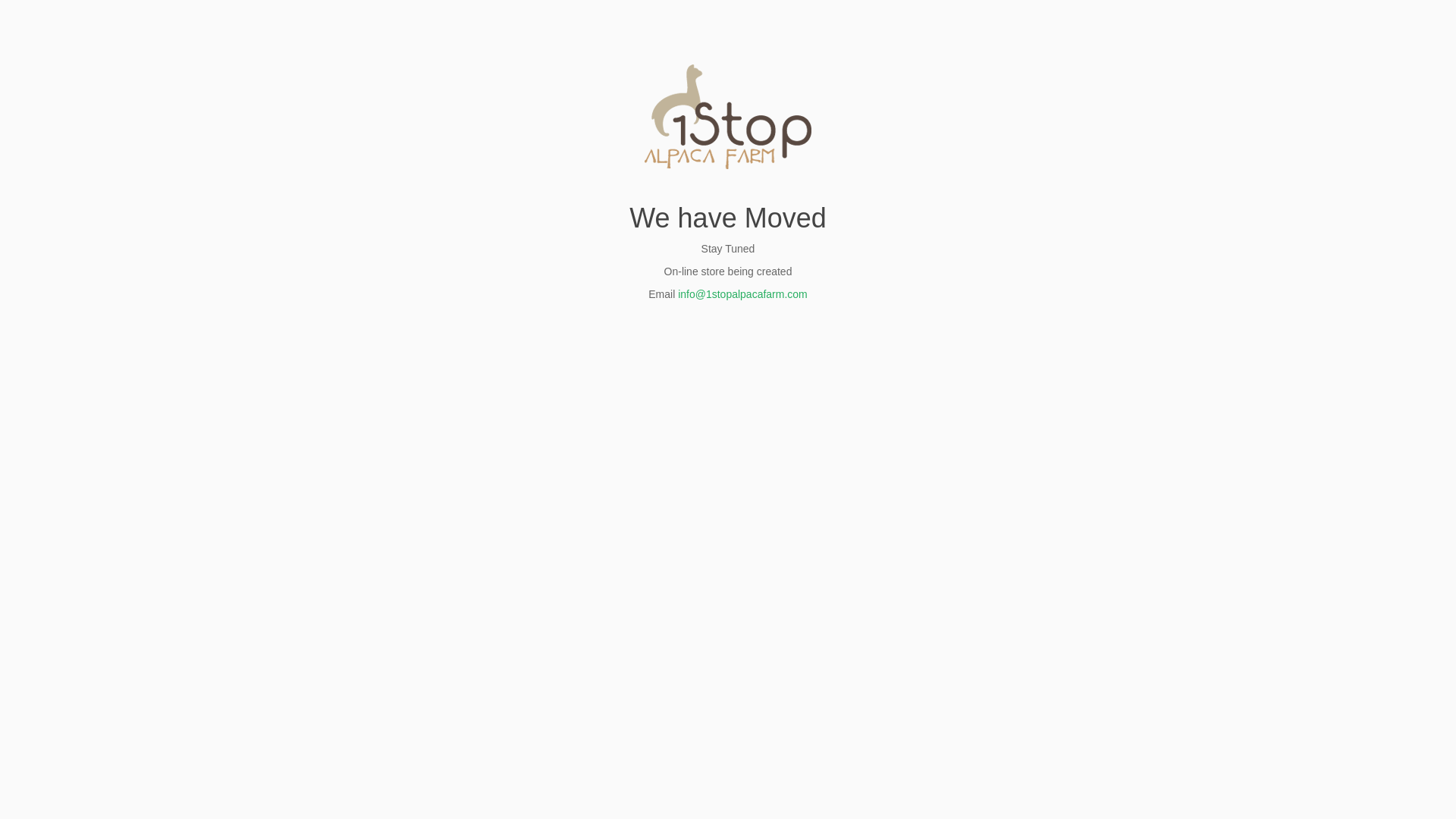 This screenshot has height=819, width=1456. I want to click on 'info@1stopalpacafarm.com', so click(742, 294).